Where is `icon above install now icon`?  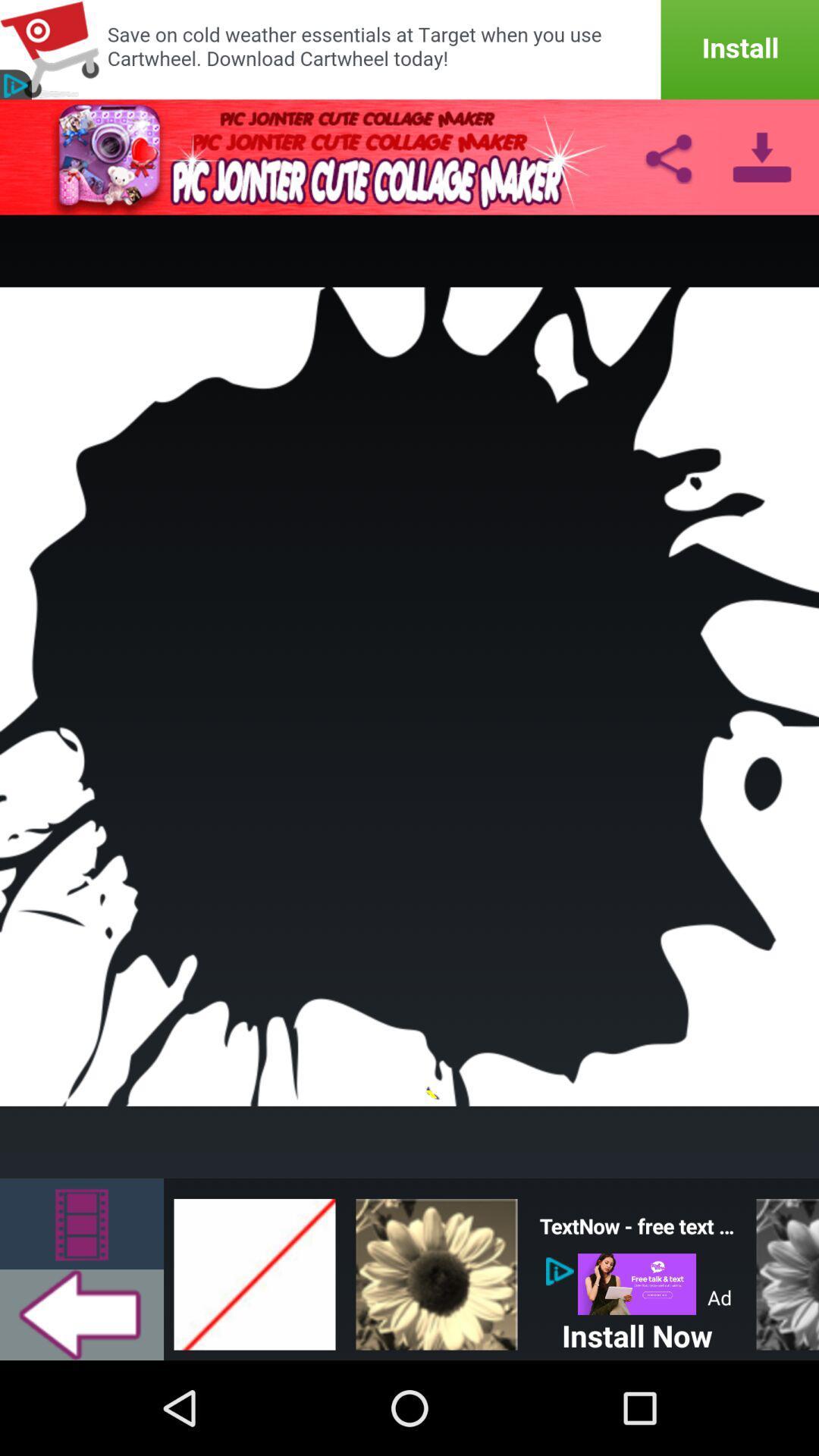 icon above install now icon is located at coordinates (637, 1283).